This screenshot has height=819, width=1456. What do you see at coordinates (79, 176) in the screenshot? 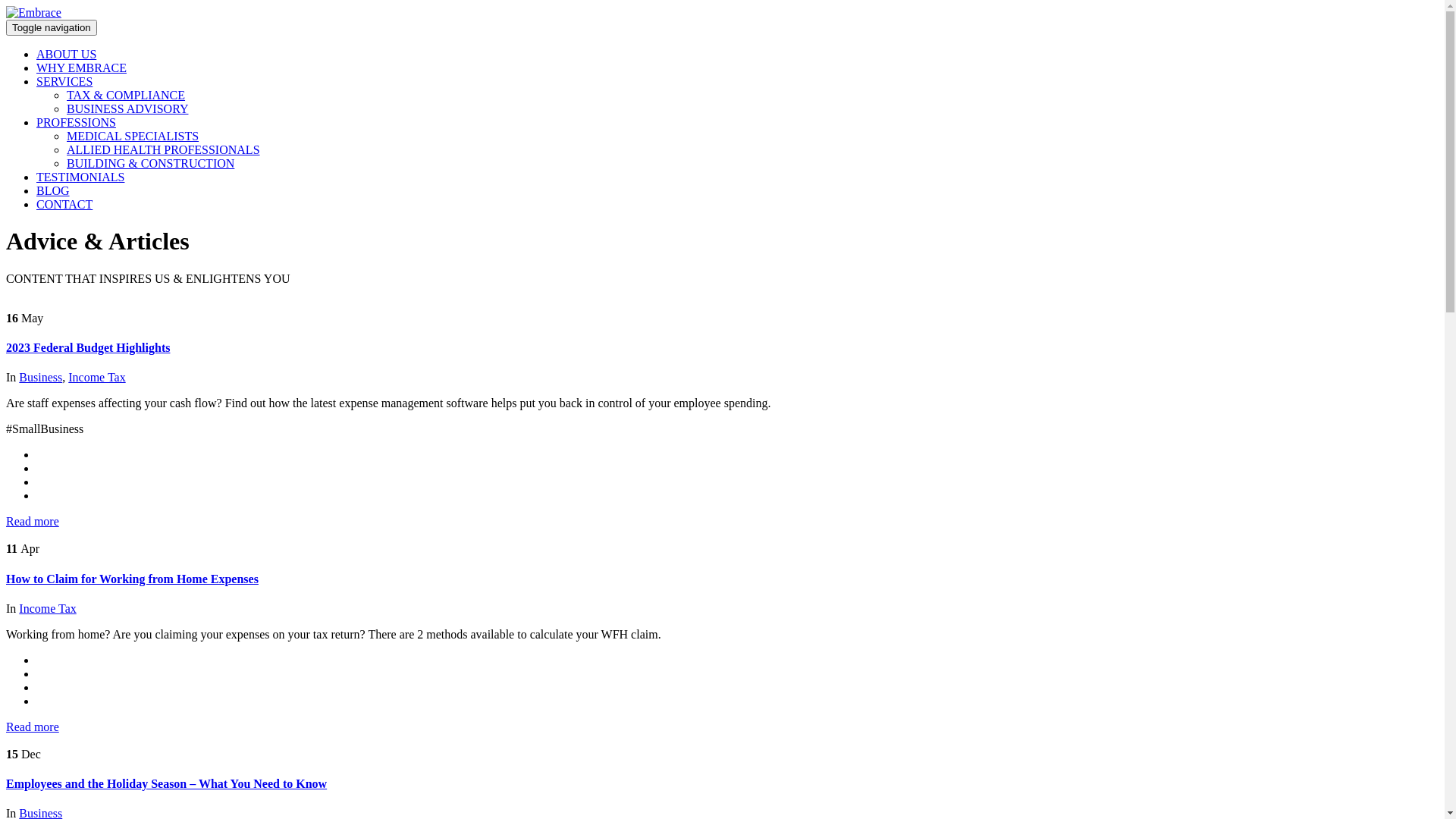
I see `'TESTIMONIALS'` at bounding box center [79, 176].